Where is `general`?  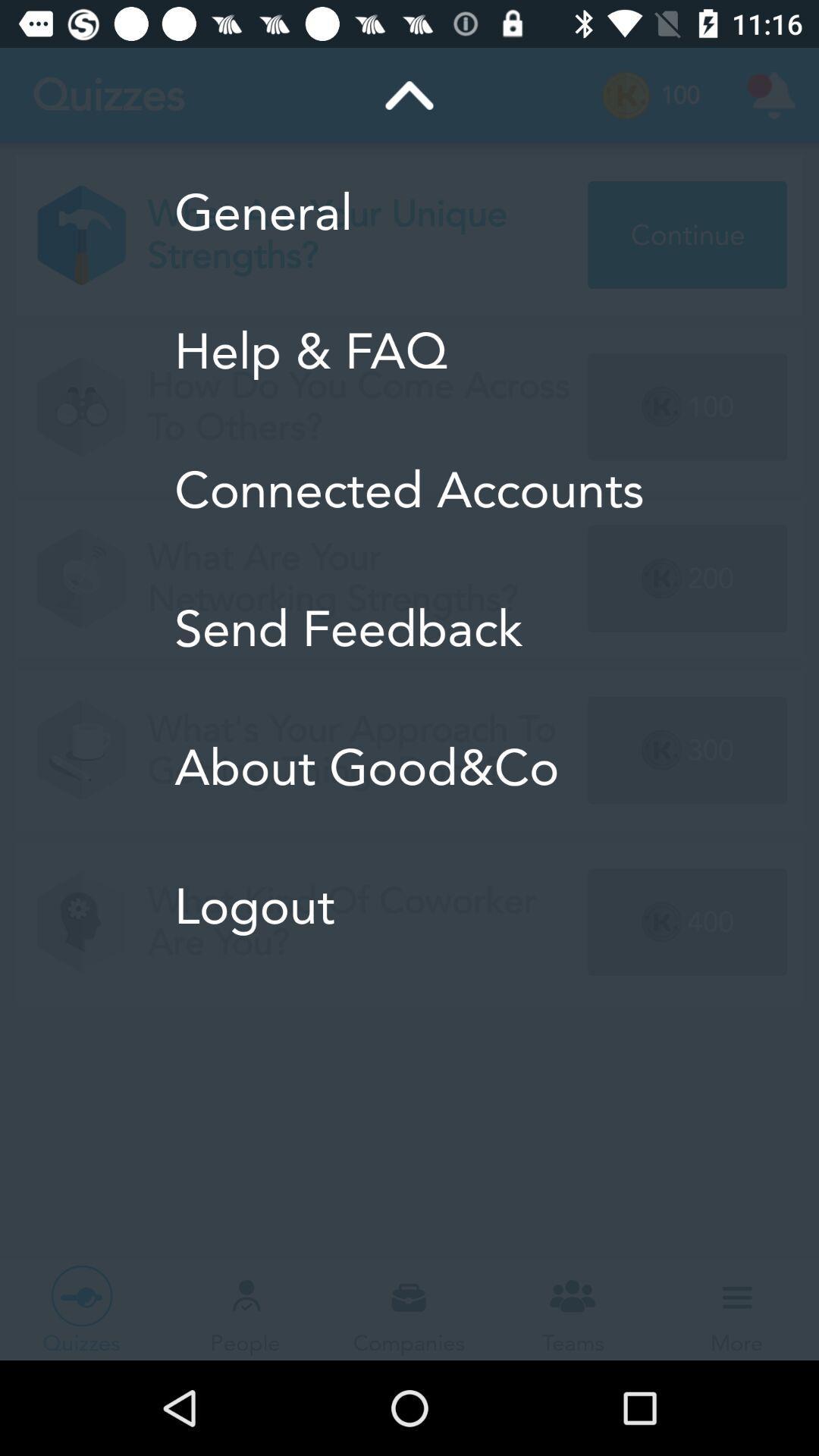
general is located at coordinates (408, 212).